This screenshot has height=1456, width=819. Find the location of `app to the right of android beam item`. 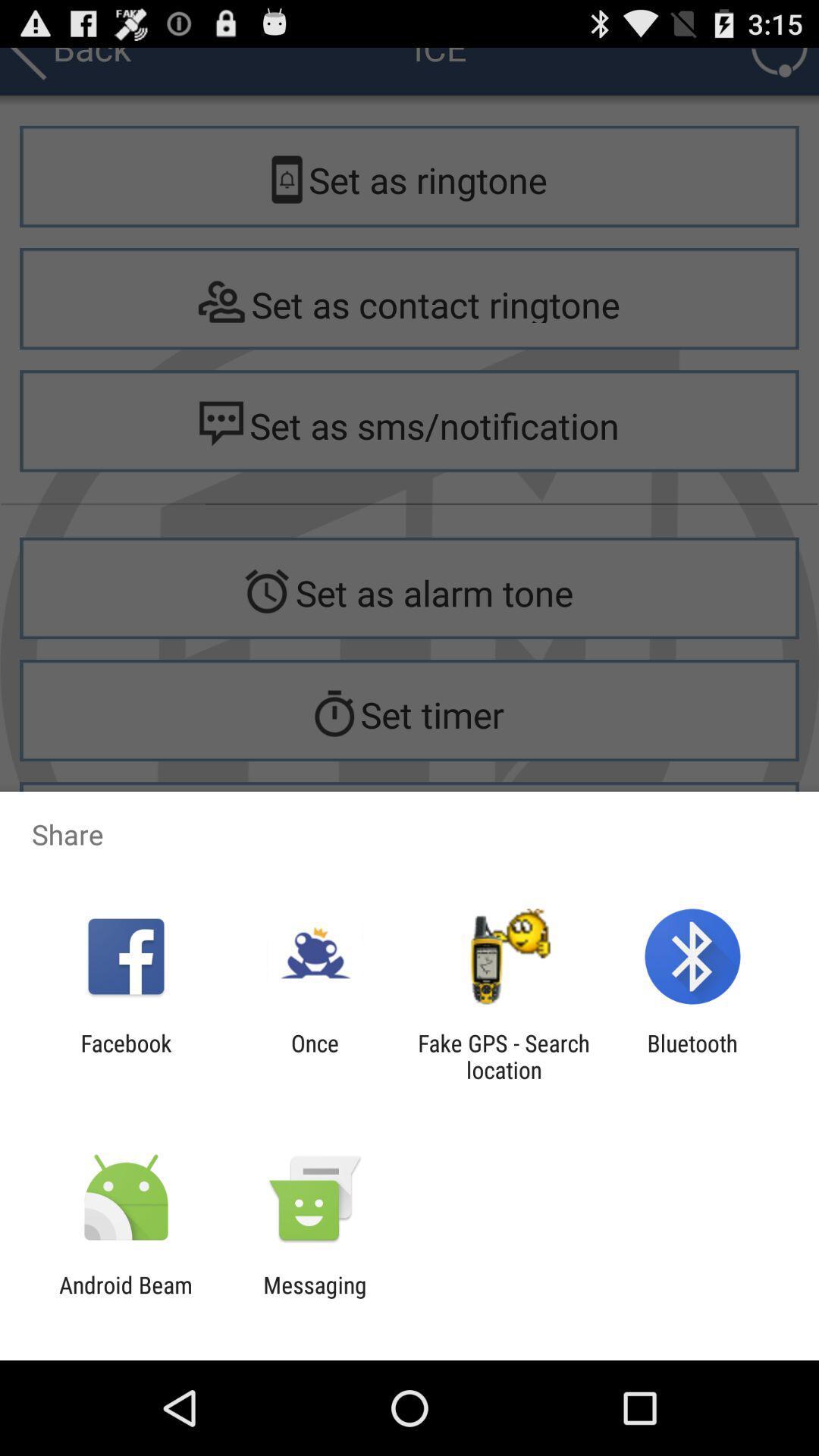

app to the right of android beam item is located at coordinates (314, 1298).